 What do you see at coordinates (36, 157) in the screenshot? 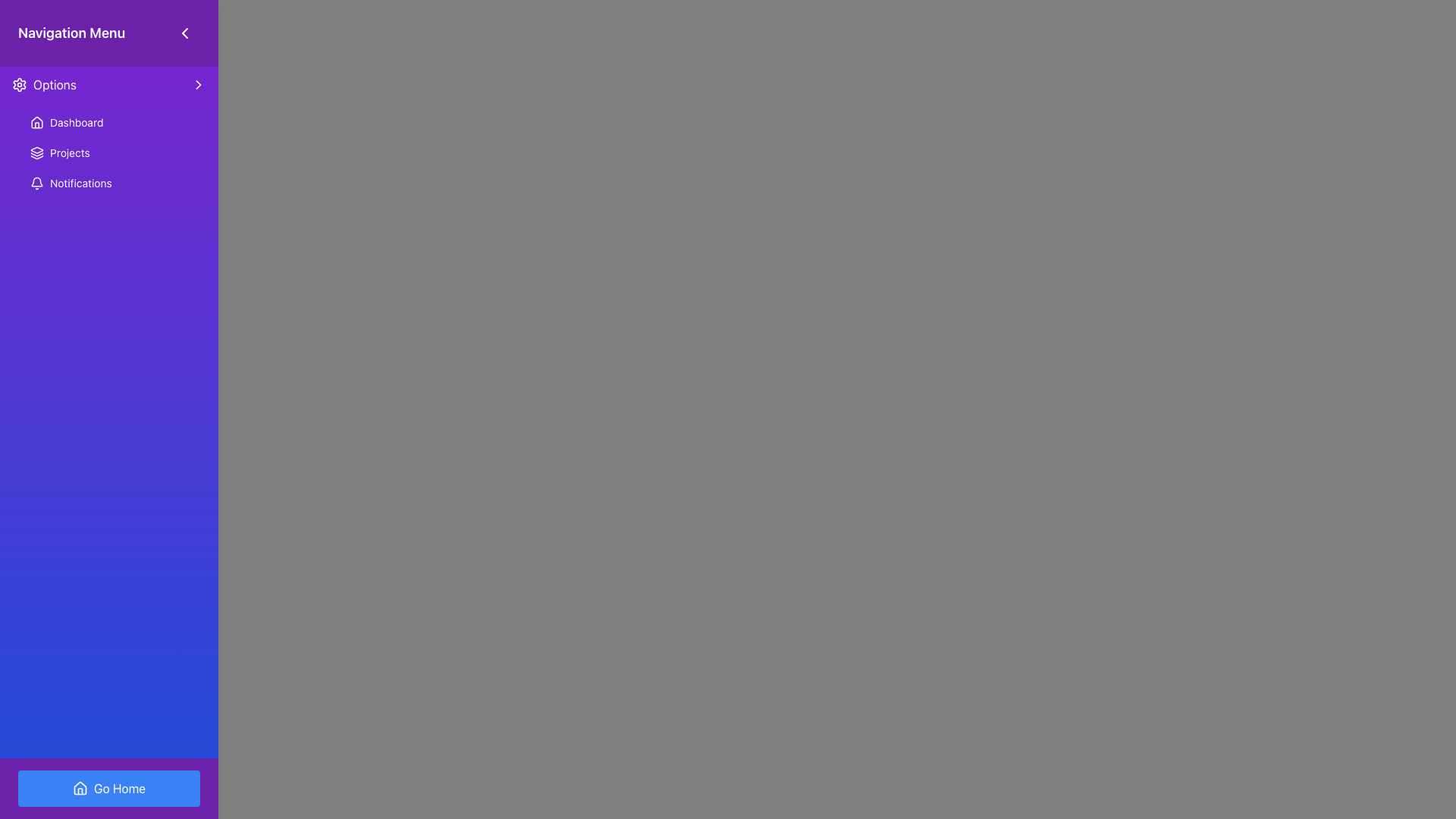
I see `the bottommost decorative vector shape in the icon resembling layered items, situated in the navigation menu to the left of the text entry labeled 'Projects'` at bounding box center [36, 157].